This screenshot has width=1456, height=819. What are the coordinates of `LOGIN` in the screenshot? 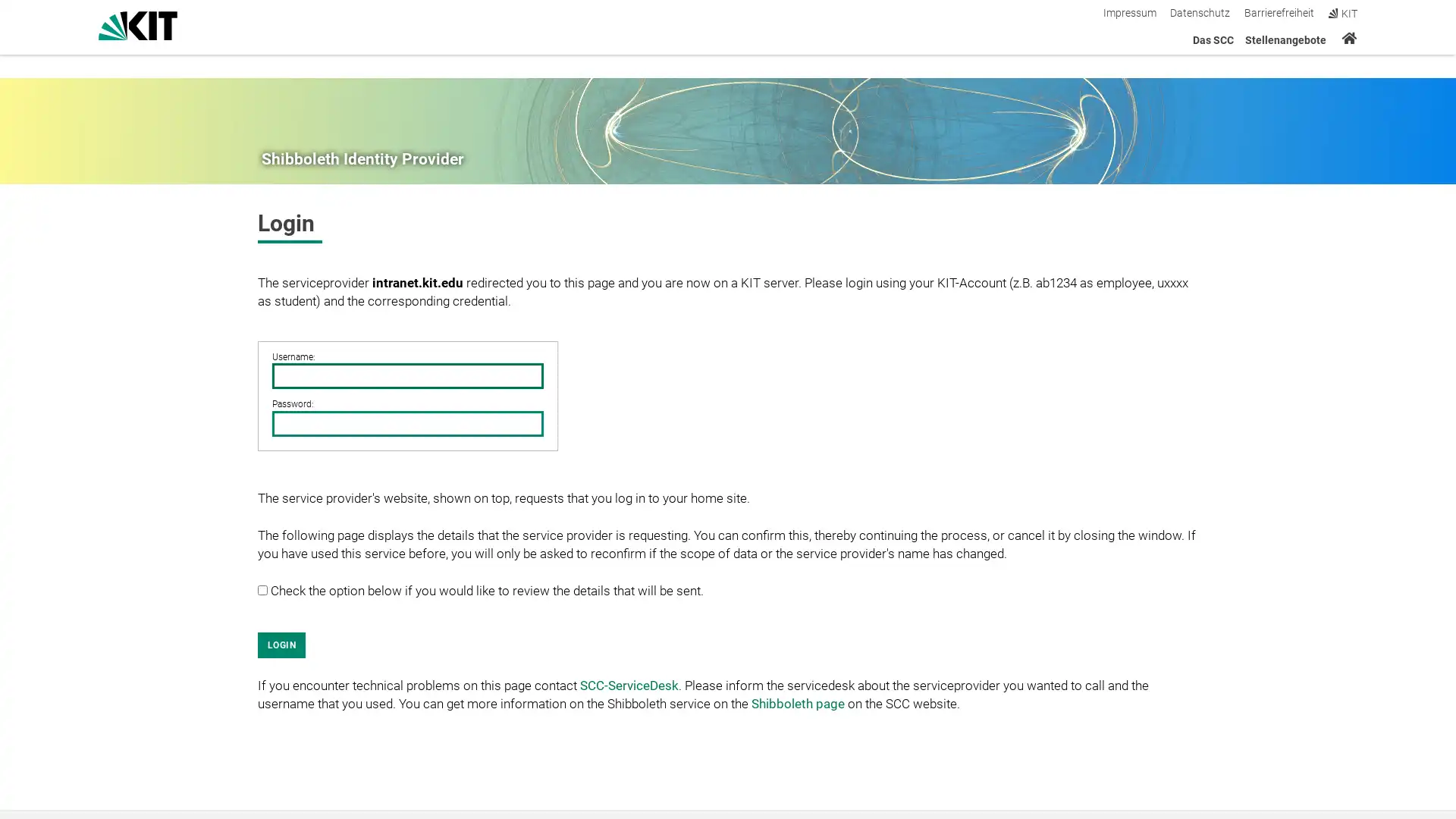 It's located at (281, 644).